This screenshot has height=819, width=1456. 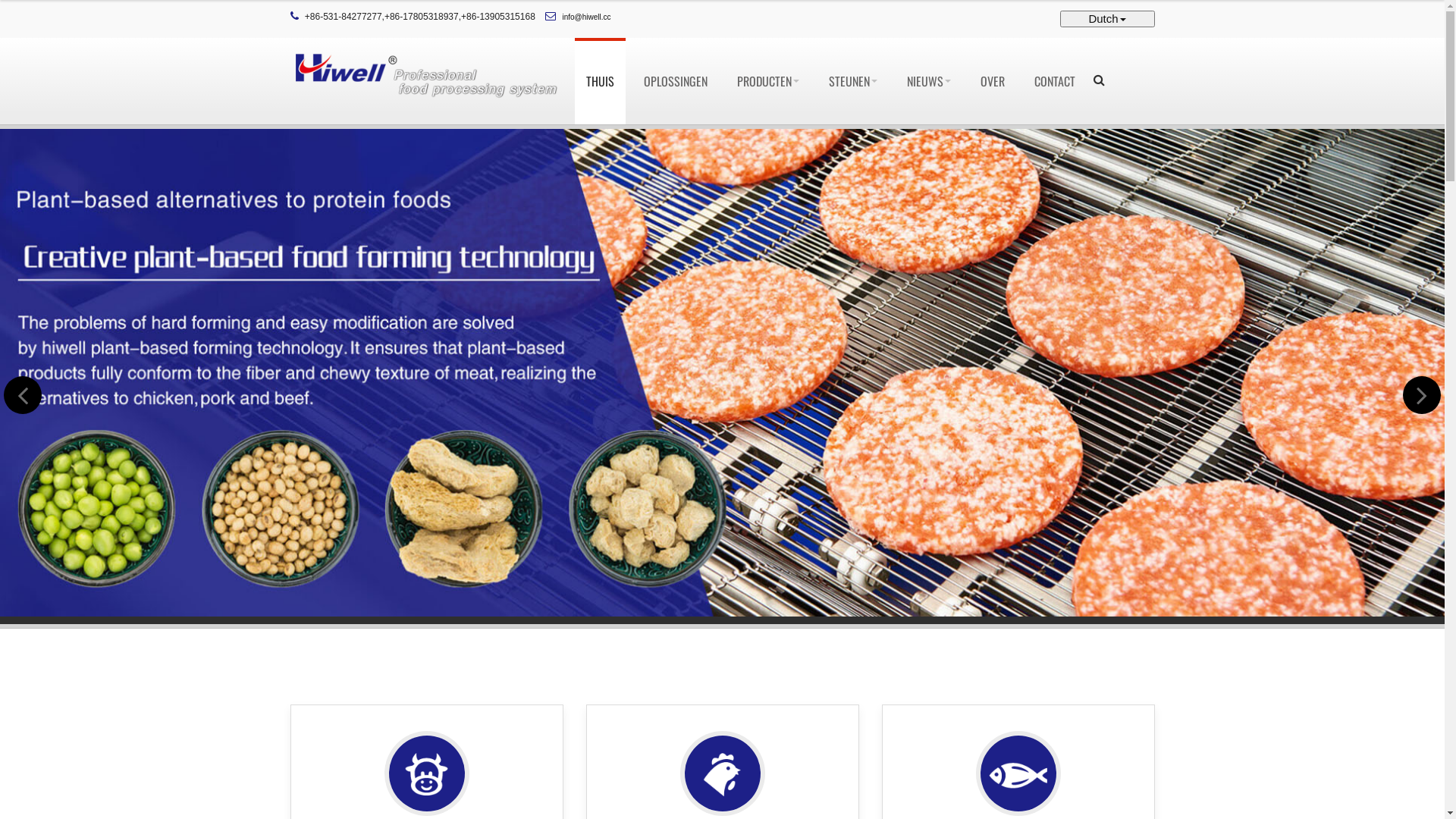 What do you see at coordinates (767, 81) in the screenshot?
I see `'PRODUCTEN'` at bounding box center [767, 81].